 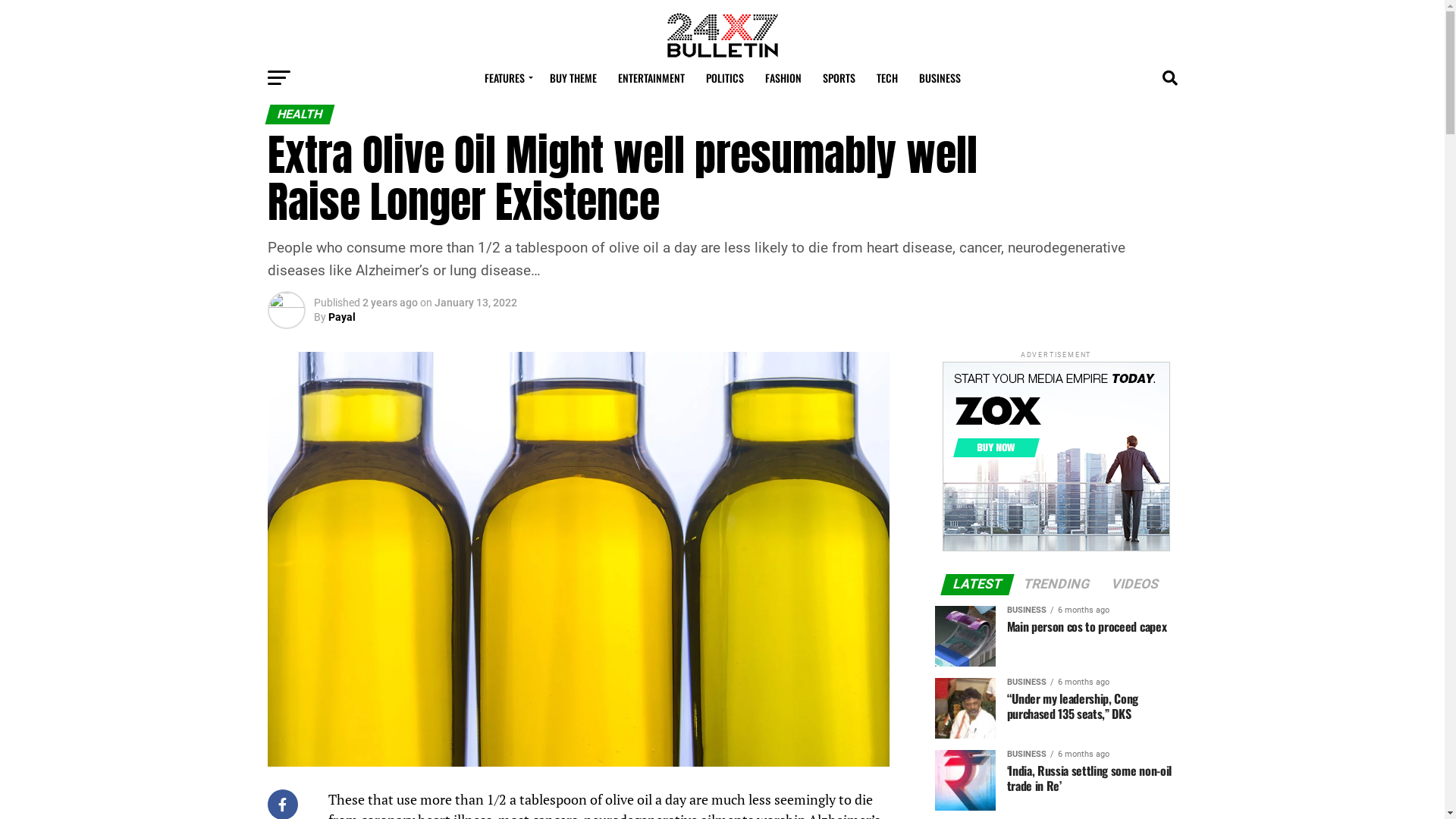 What do you see at coordinates (571, 78) in the screenshot?
I see `'BUY THEME'` at bounding box center [571, 78].